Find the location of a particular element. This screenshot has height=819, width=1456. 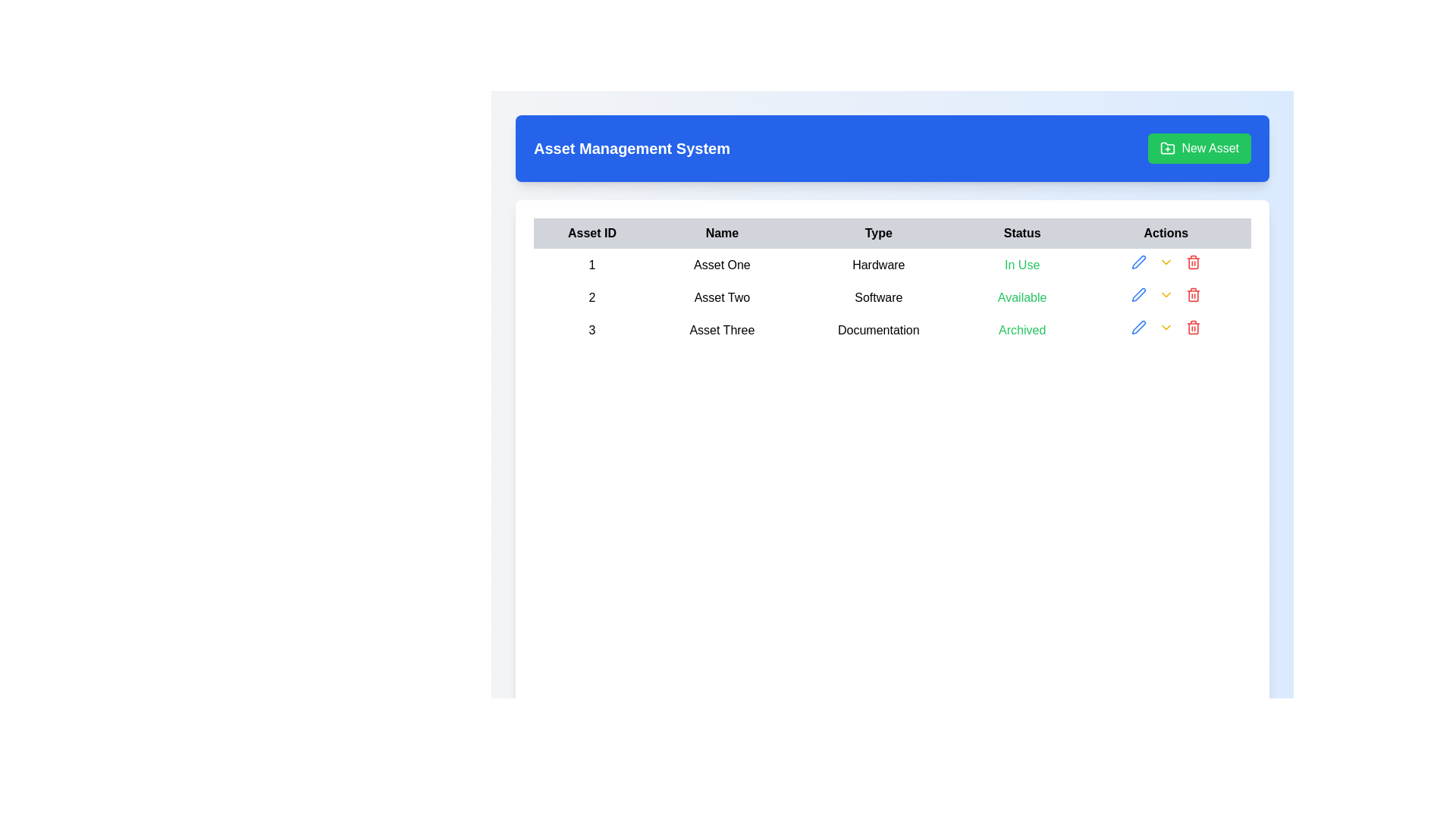

the icon representing an asset folder located on the far right of the blue header bar, adjacent to the 'New Asset' button is located at coordinates (1167, 148).